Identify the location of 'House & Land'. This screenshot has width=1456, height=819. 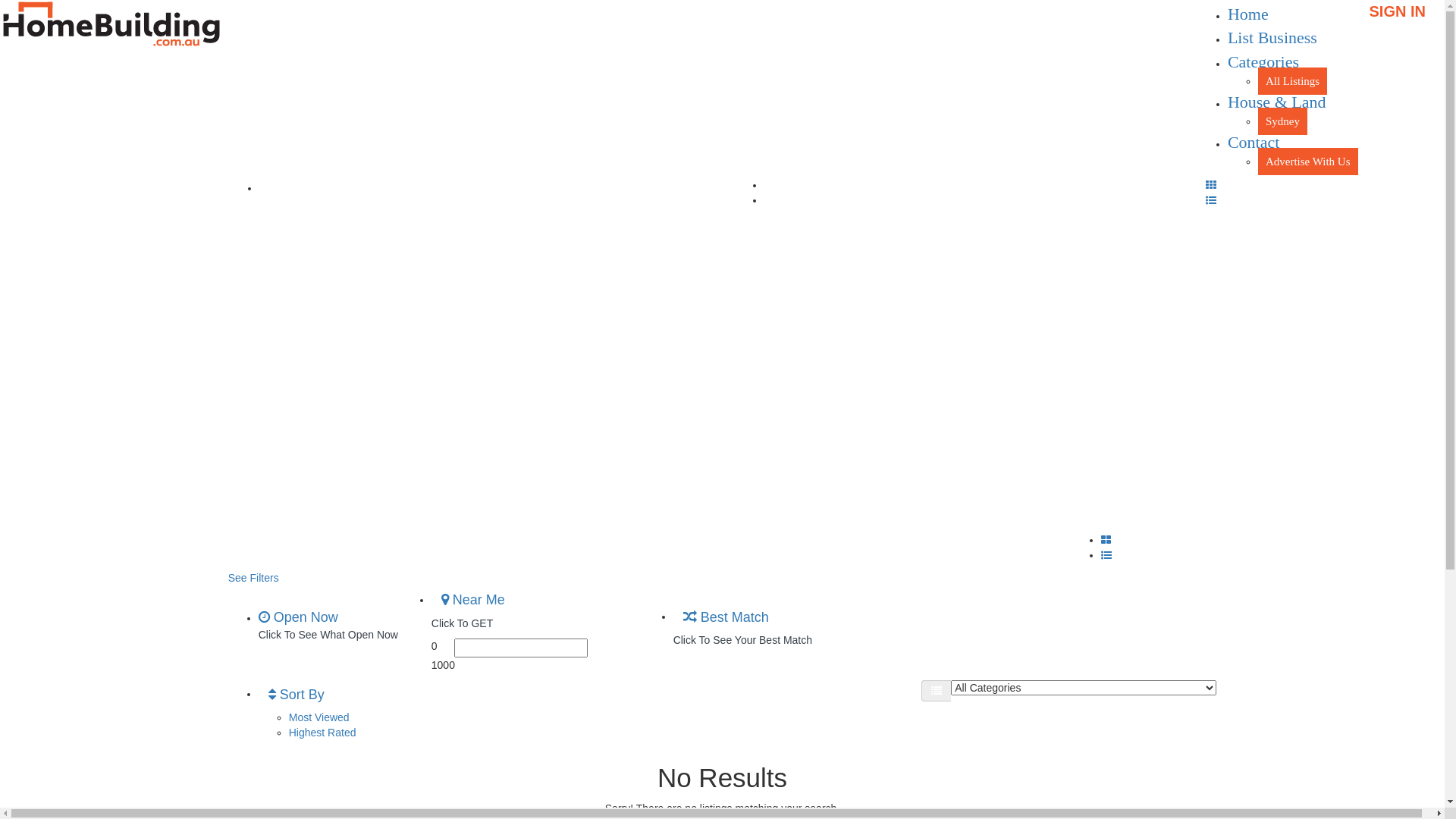
(1227, 102).